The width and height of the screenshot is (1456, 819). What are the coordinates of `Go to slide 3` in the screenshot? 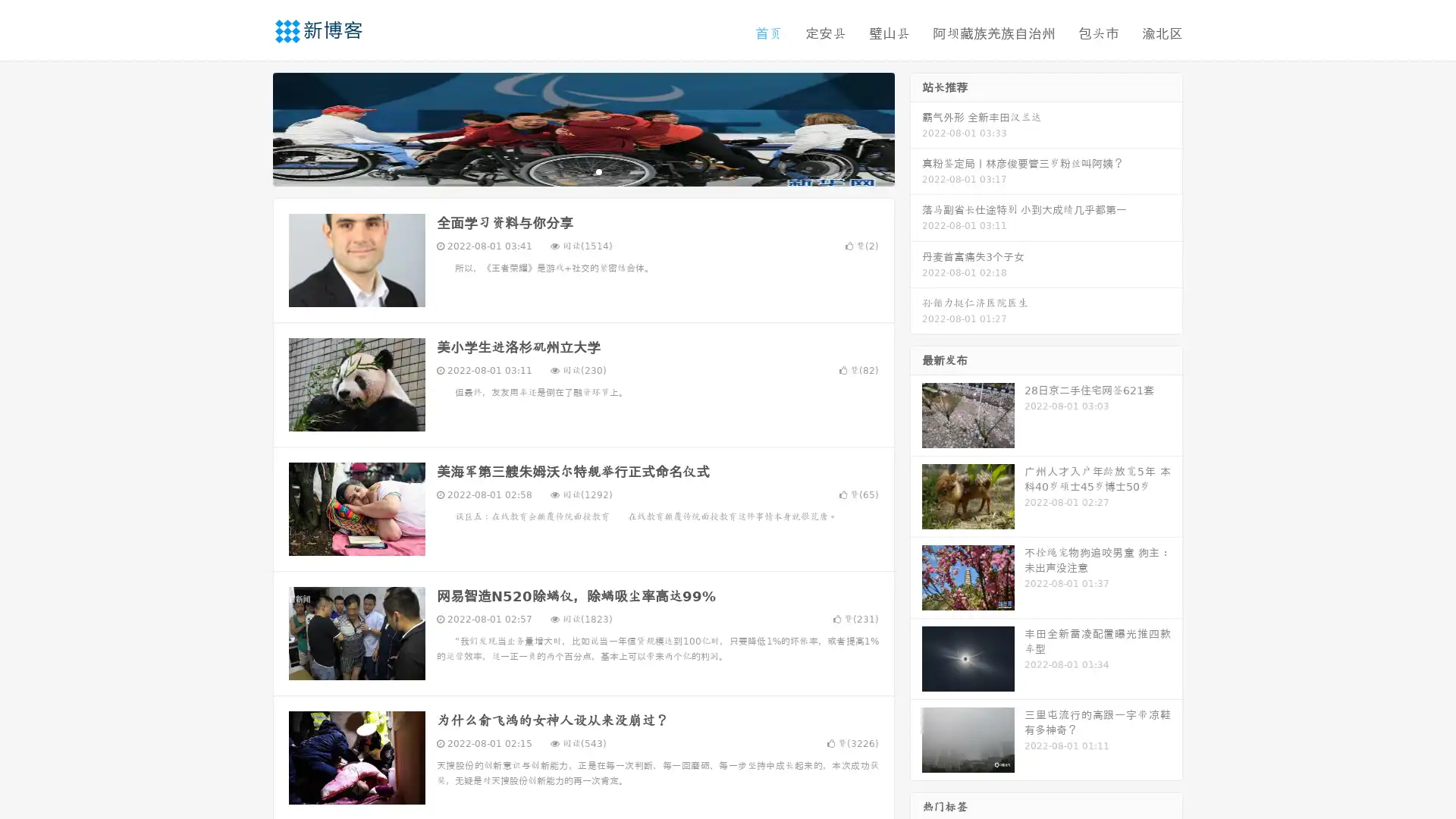 It's located at (598, 171).